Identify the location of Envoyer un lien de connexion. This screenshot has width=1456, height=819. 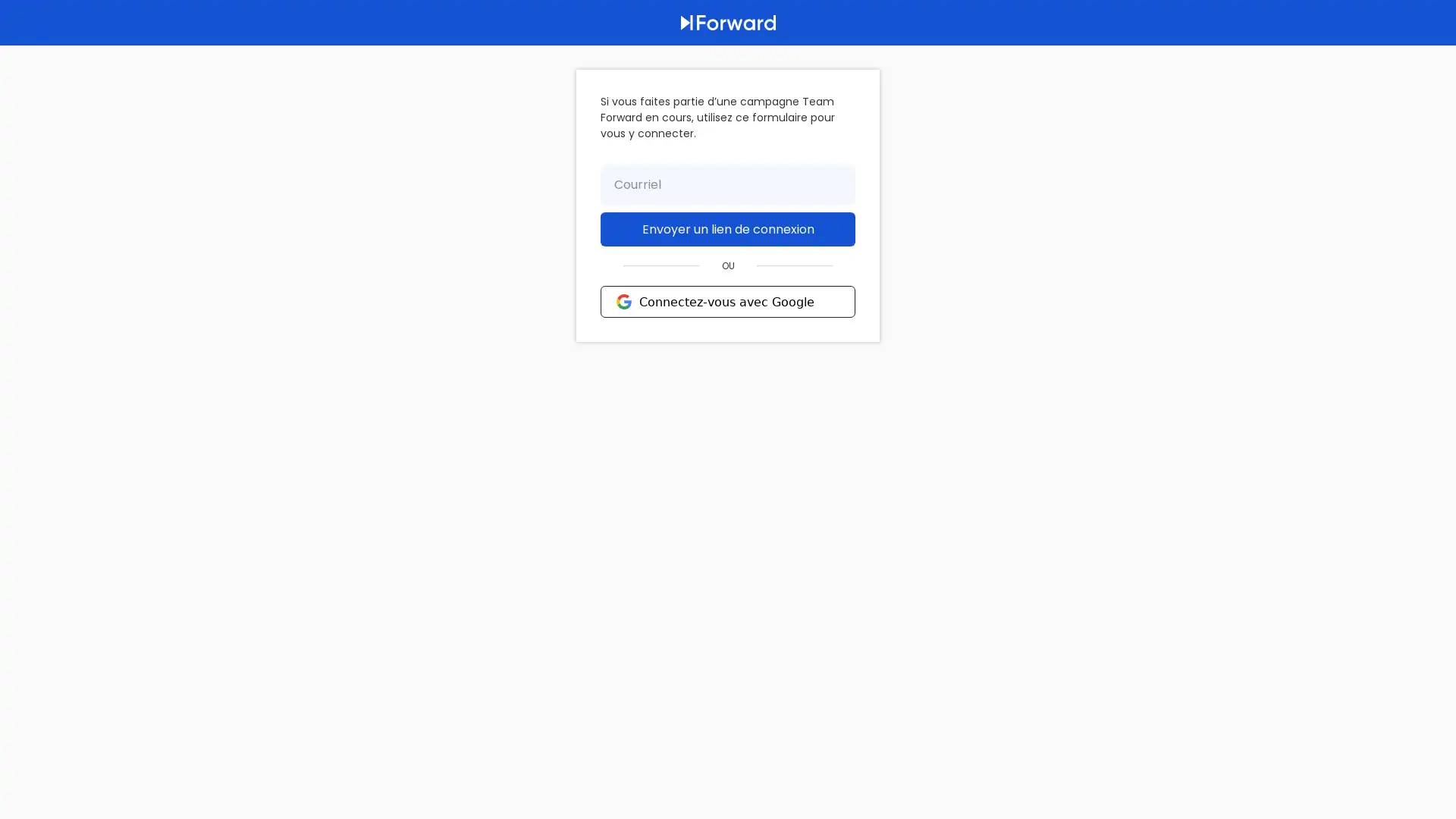
(728, 229).